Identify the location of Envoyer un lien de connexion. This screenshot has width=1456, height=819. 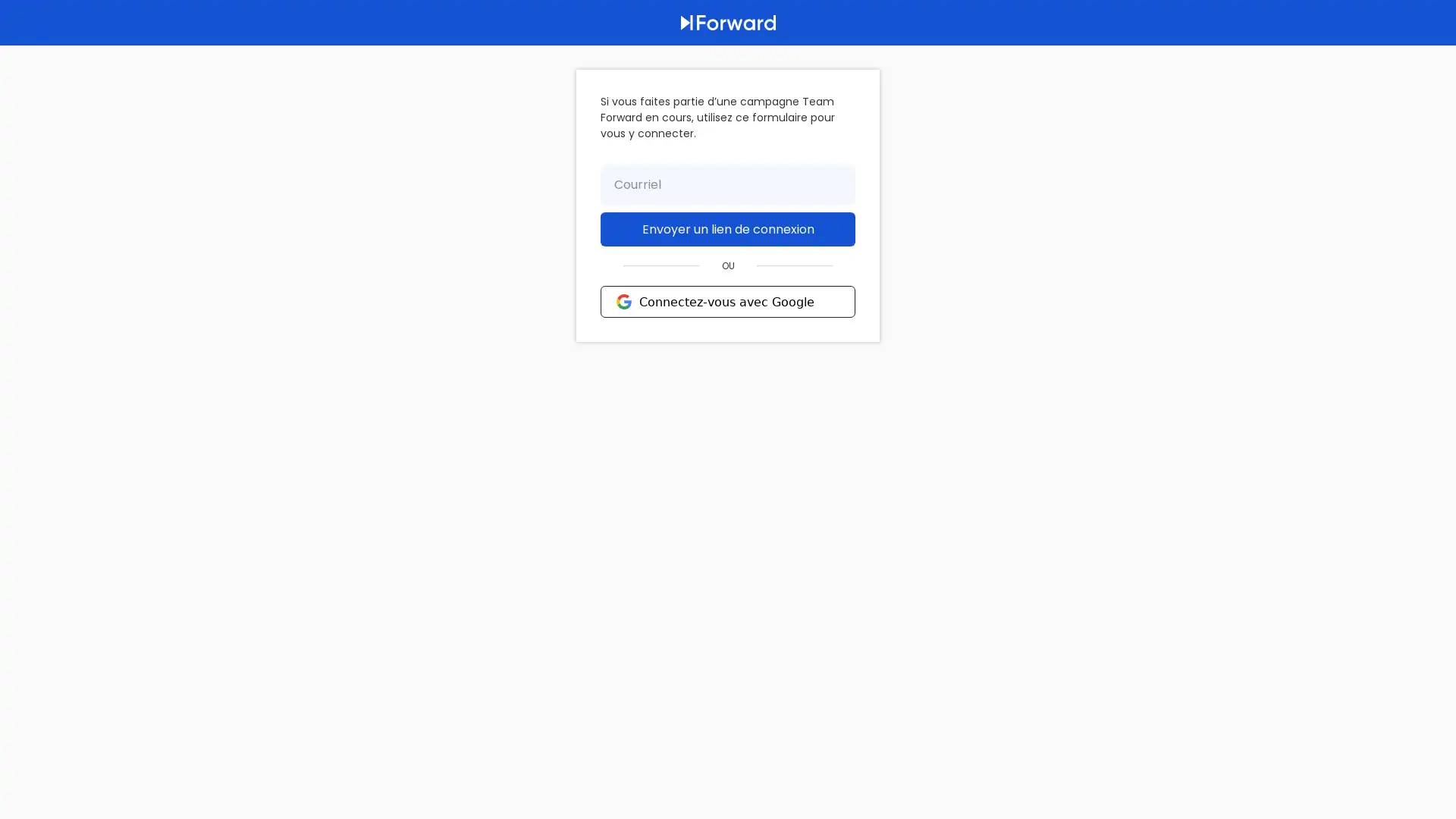
(728, 229).